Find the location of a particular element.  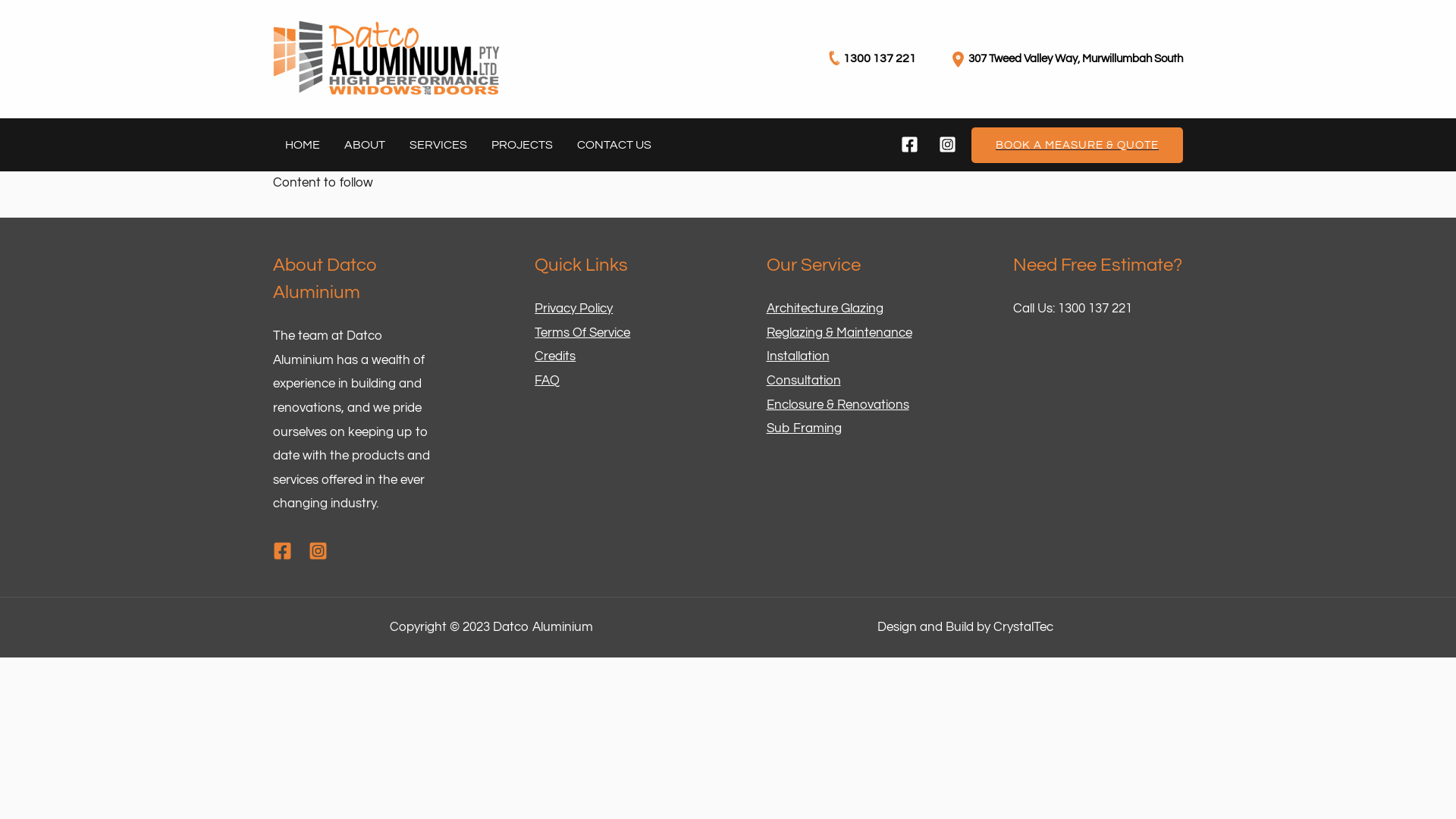

'BOOK A MEASURE & QUOTE' is located at coordinates (971, 145).